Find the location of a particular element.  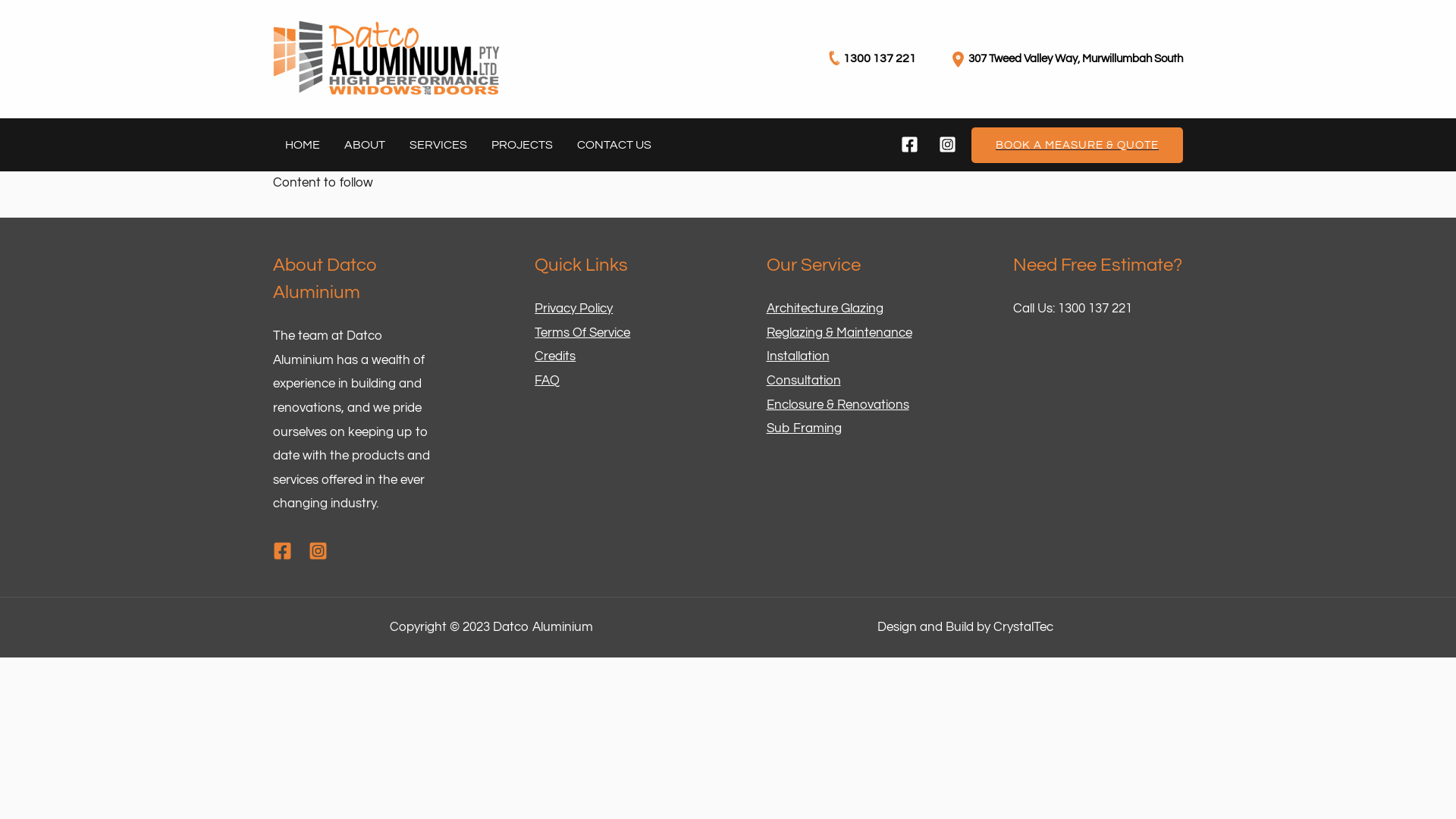

'BOOK A MEASURE & QUOTE' is located at coordinates (971, 145).